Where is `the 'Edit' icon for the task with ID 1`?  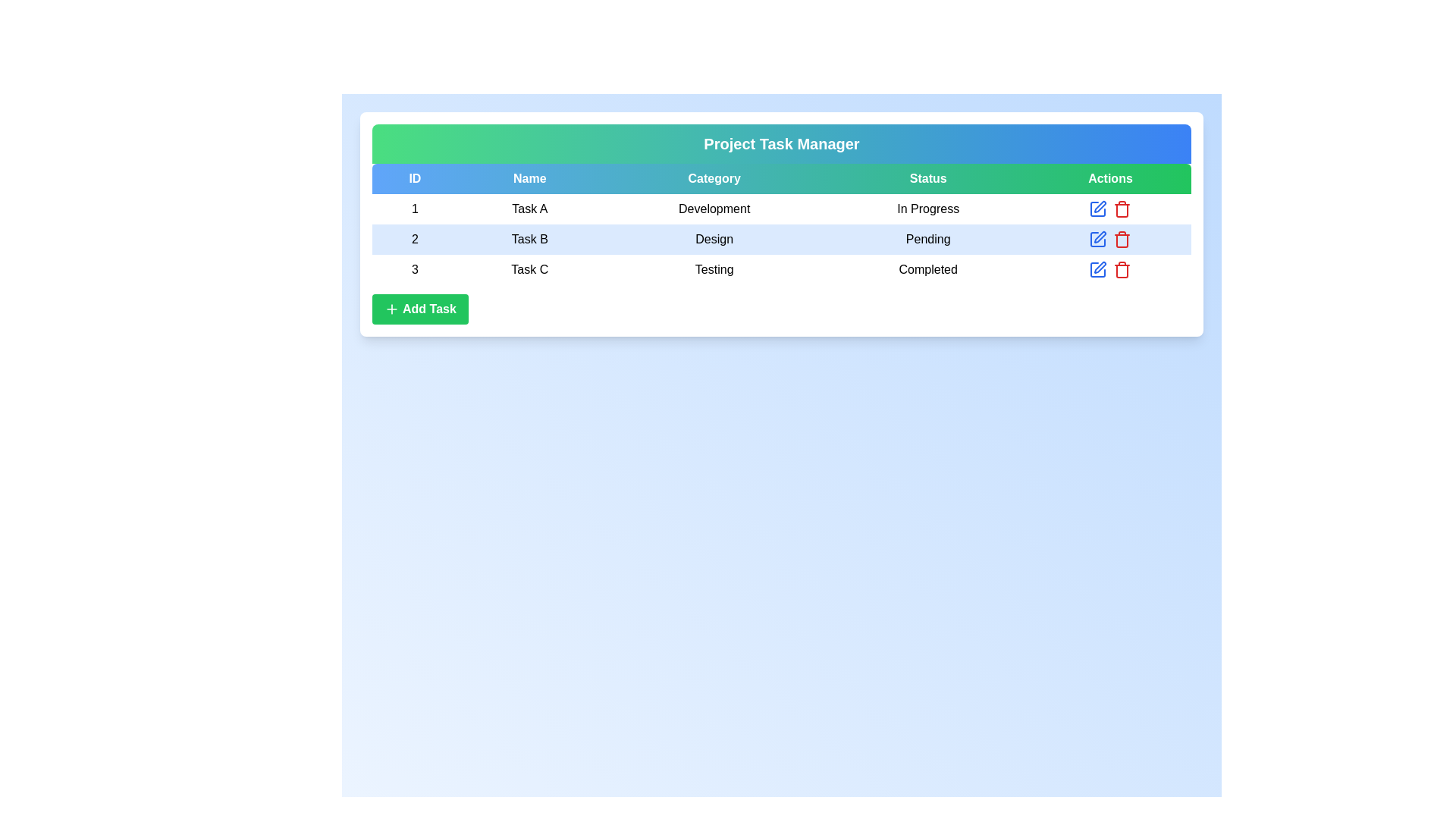
the 'Edit' icon for the task with ID 1 is located at coordinates (1098, 209).